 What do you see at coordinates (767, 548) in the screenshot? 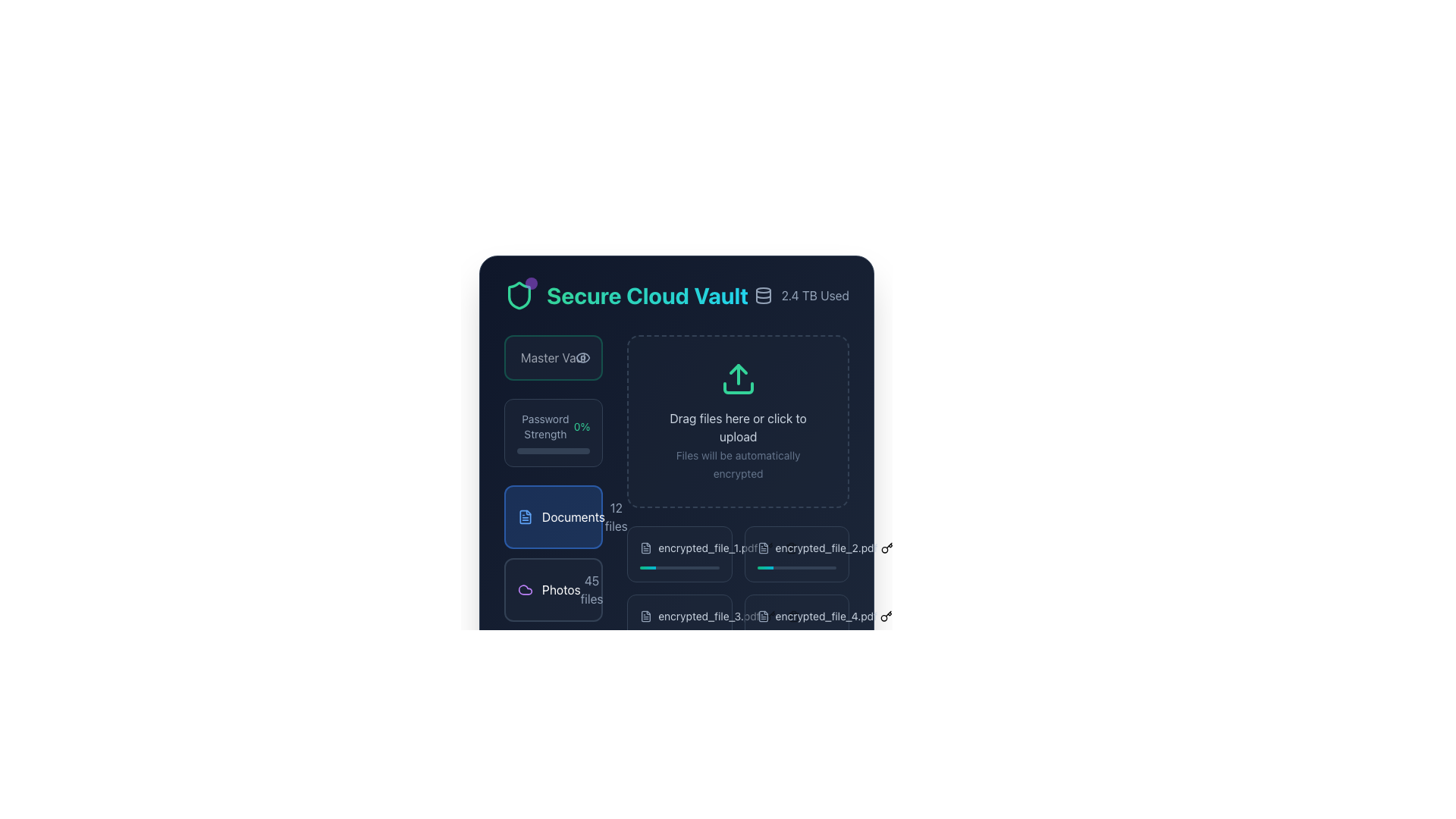
I see `the first file management button (graphic icon)` at bounding box center [767, 548].